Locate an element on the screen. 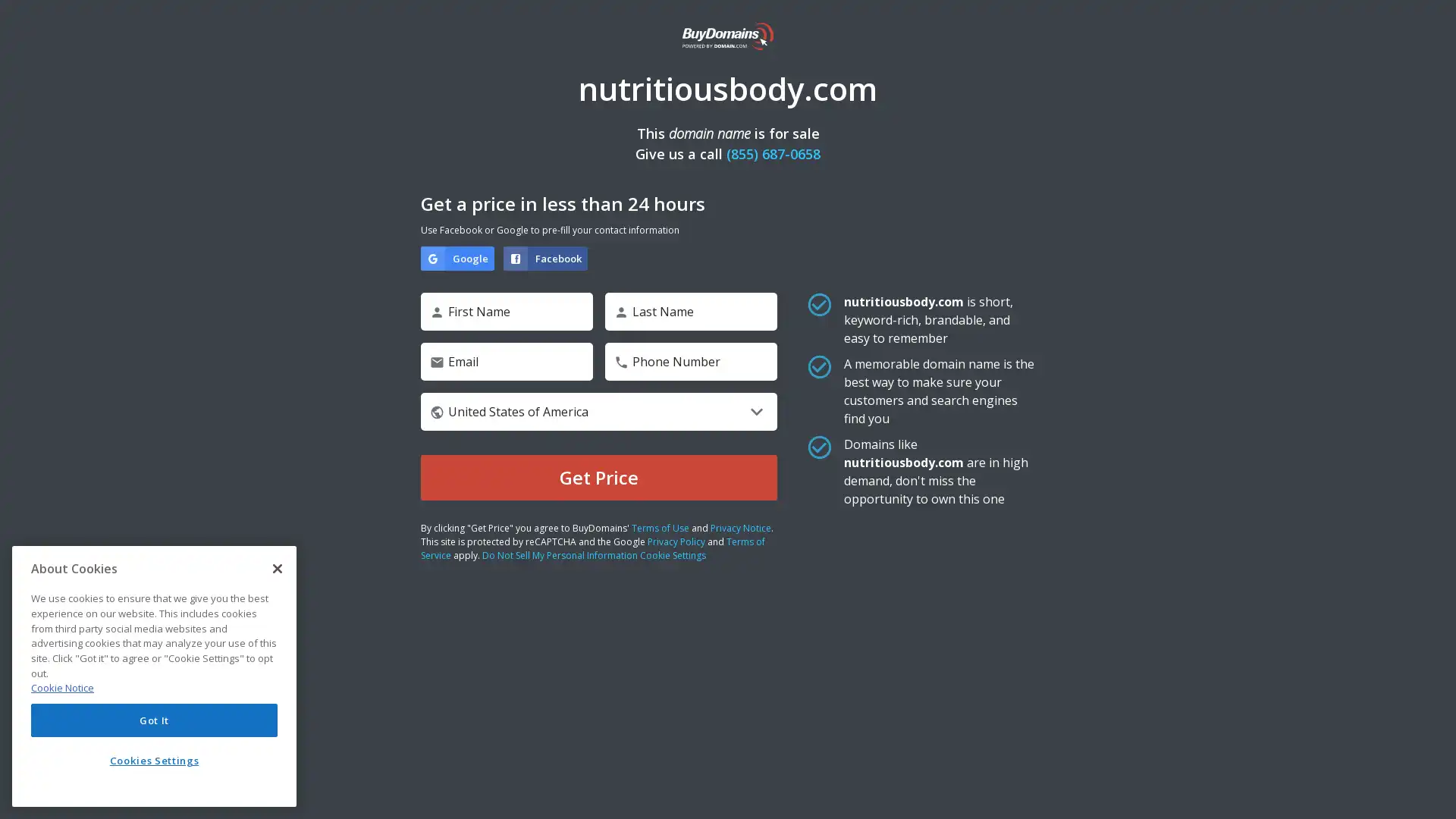 The image size is (1456, 819). Explore your accessibility options is located at coordinates (1430, 792).